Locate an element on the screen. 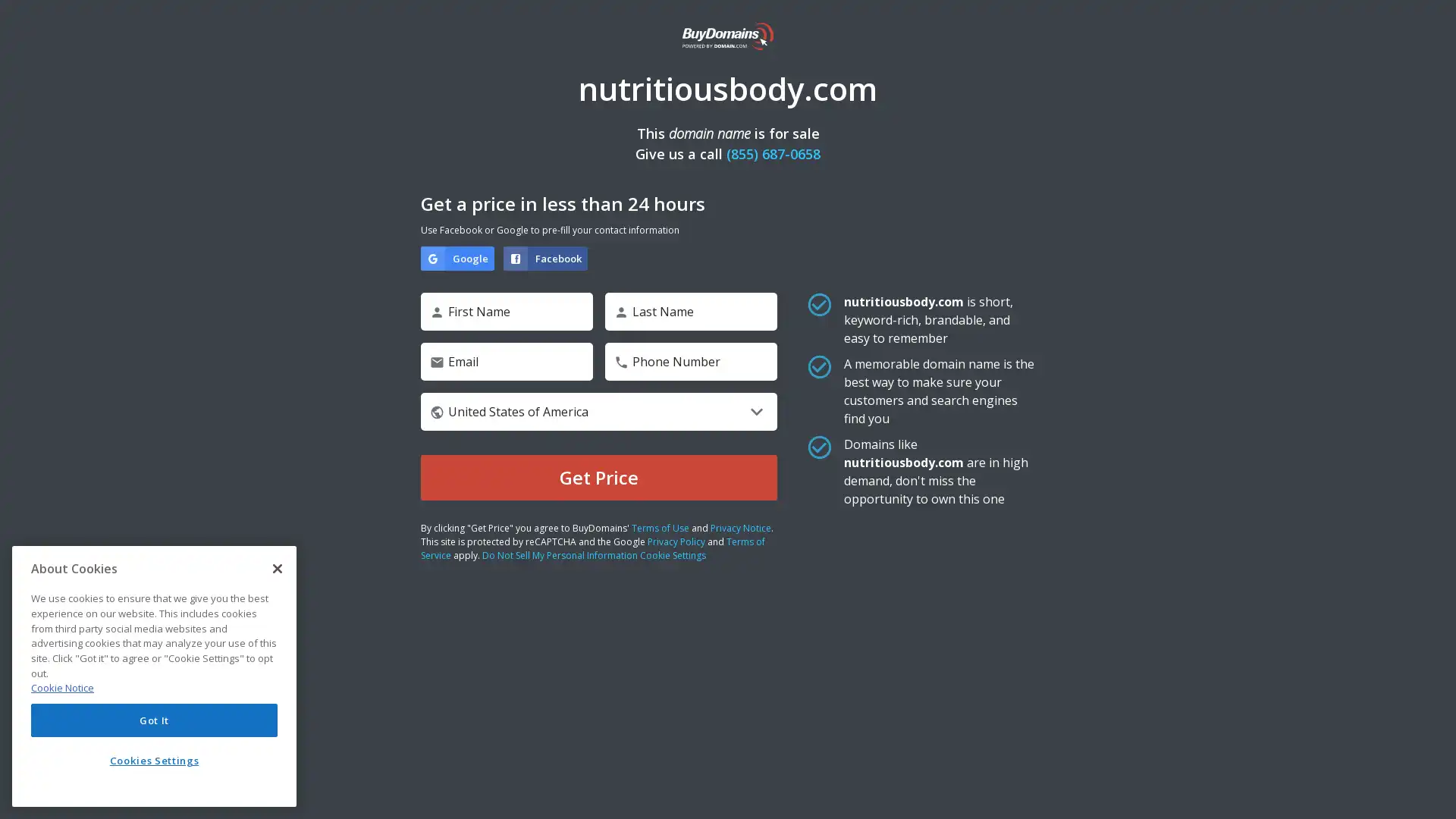 The image size is (1456, 819). Explore your accessibility options is located at coordinates (1430, 792).